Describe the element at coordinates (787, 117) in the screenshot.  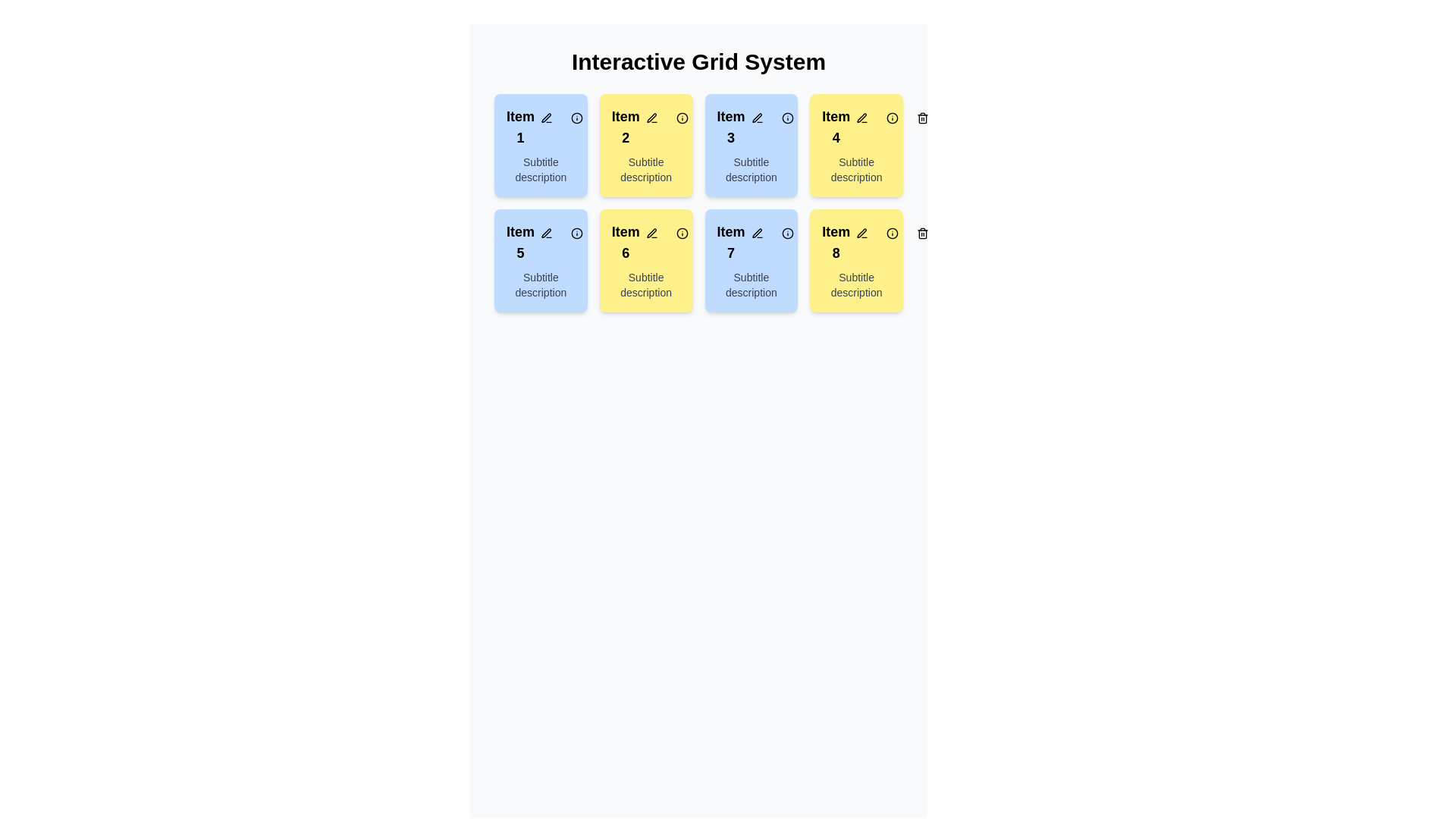
I see `the second circular icon with an encircled 'i' symbol, which is part of a horizontal arrangement of three icons, located between a pencil icon and a trash bin icon, labeled 'Item 3'` at that location.